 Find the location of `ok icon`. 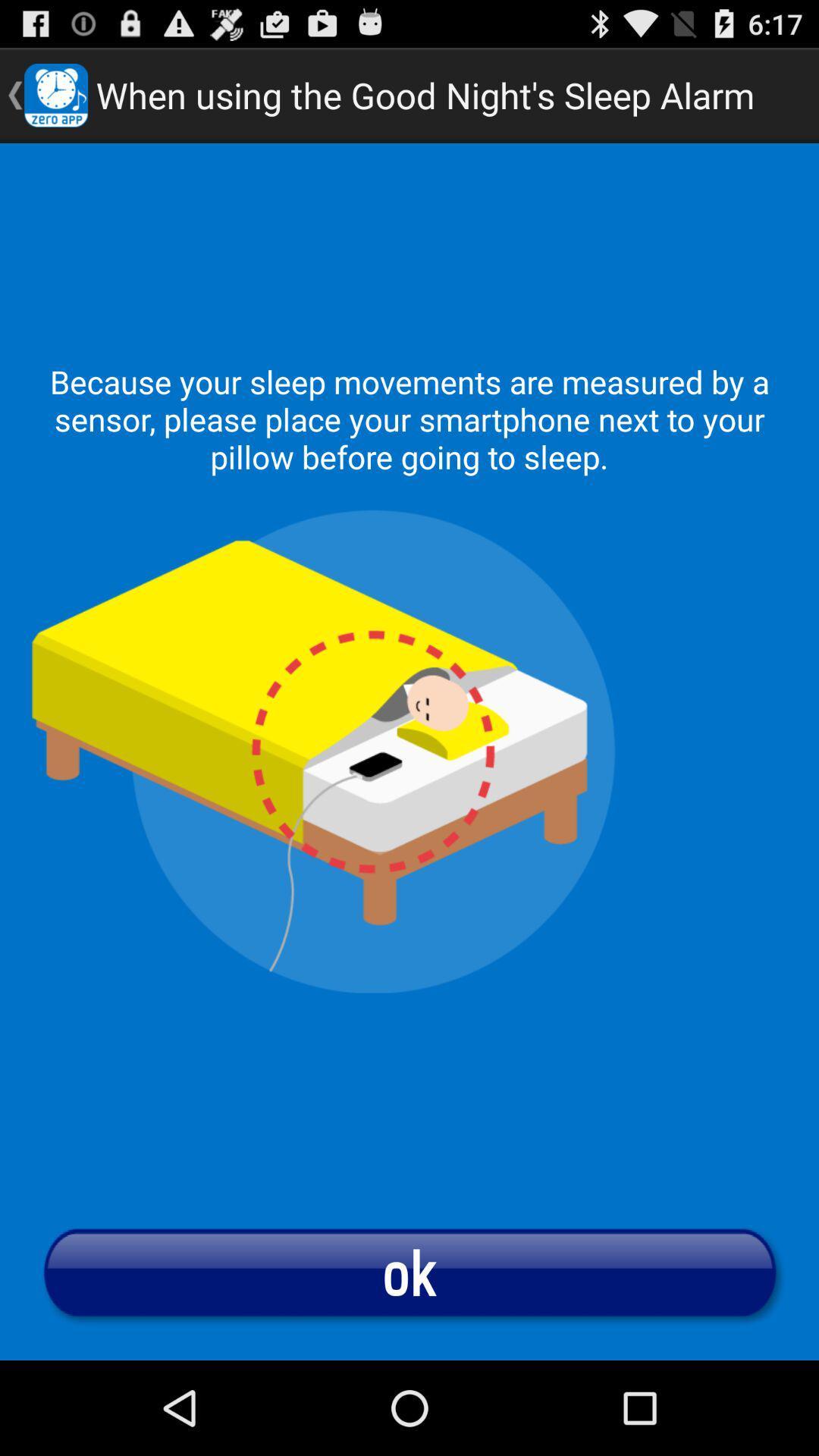

ok icon is located at coordinates (409, 1272).